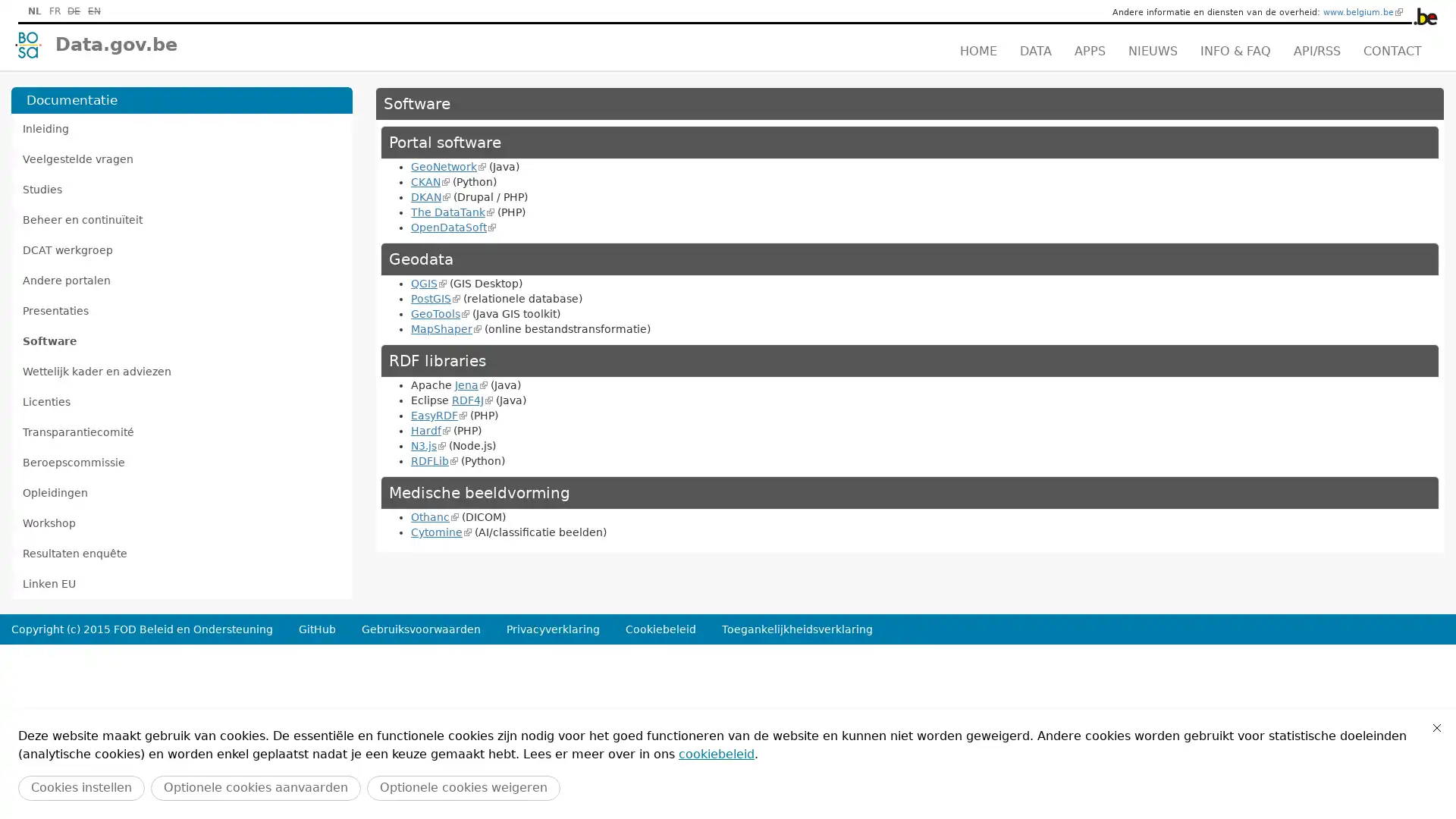 This screenshot has width=1456, height=819. What do you see at coordinates (1436, 727) in the screenshot?
I see `Sluiten` at bounding box center [1436, 727].